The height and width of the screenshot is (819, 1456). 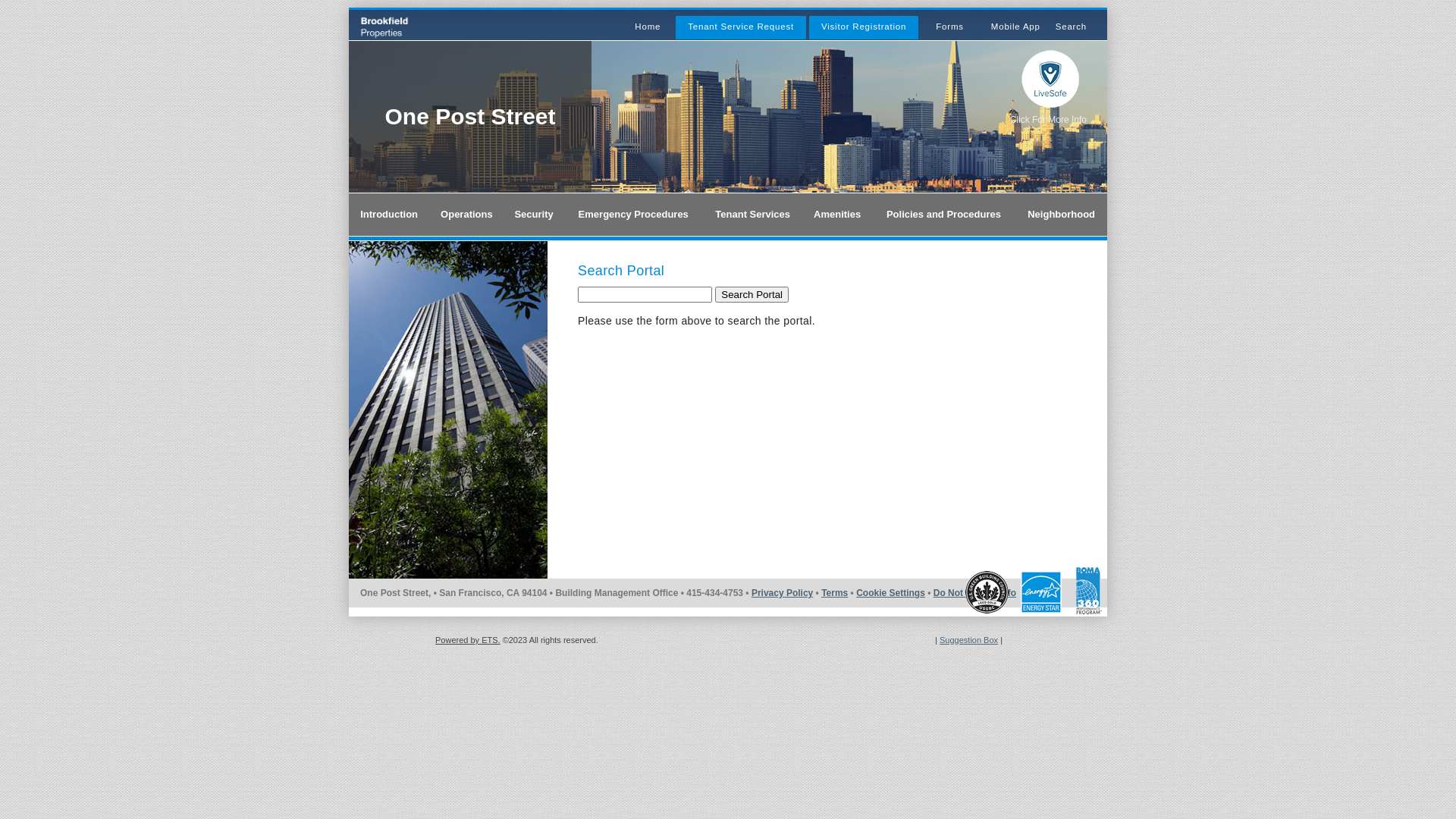 I want to click on 'Click For More Info', so click(x=1047, y=119).